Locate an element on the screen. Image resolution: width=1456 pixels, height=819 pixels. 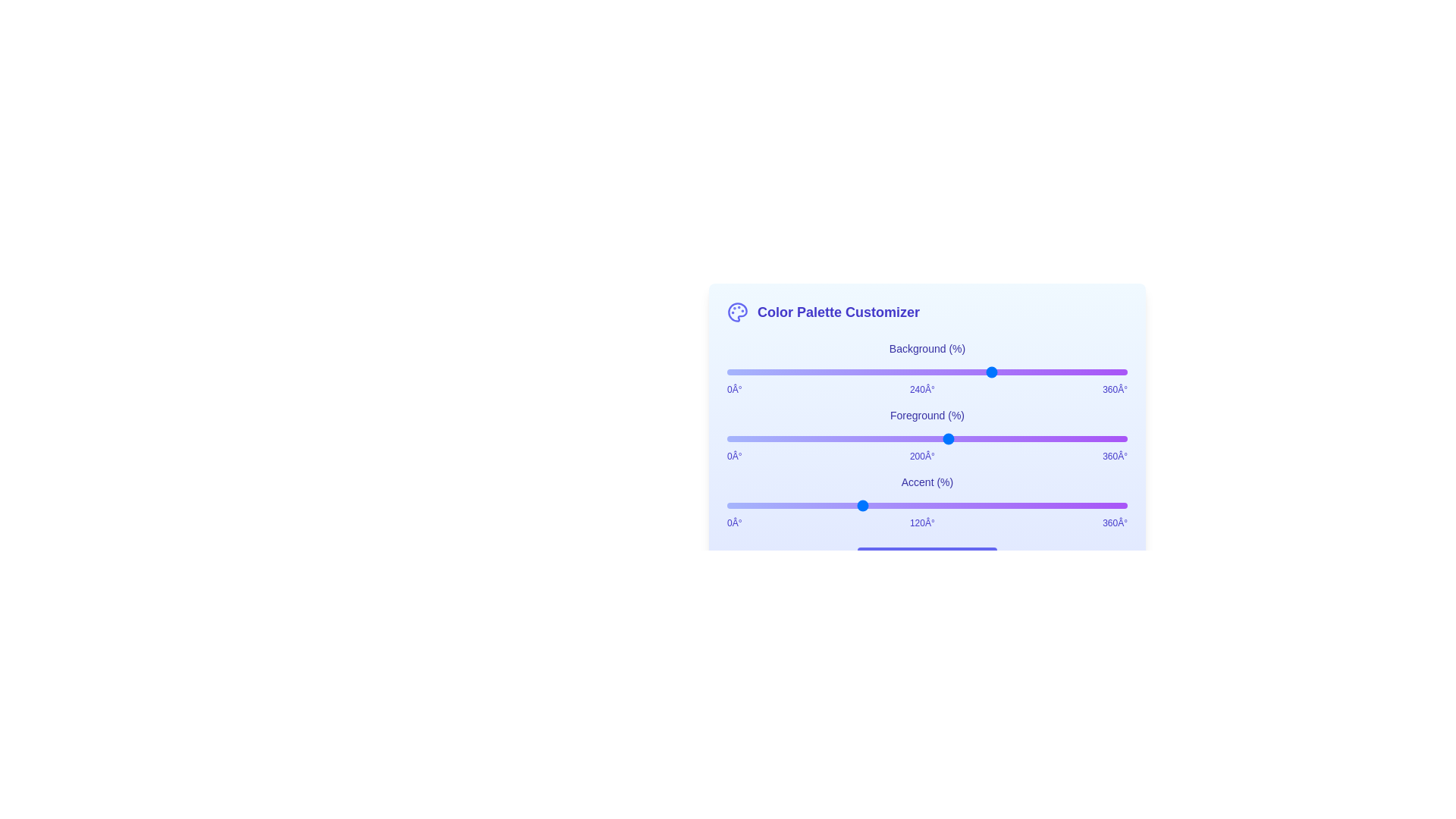
the foreground color slider to set its hue value to 256° is located at coordinates (1012, 438).